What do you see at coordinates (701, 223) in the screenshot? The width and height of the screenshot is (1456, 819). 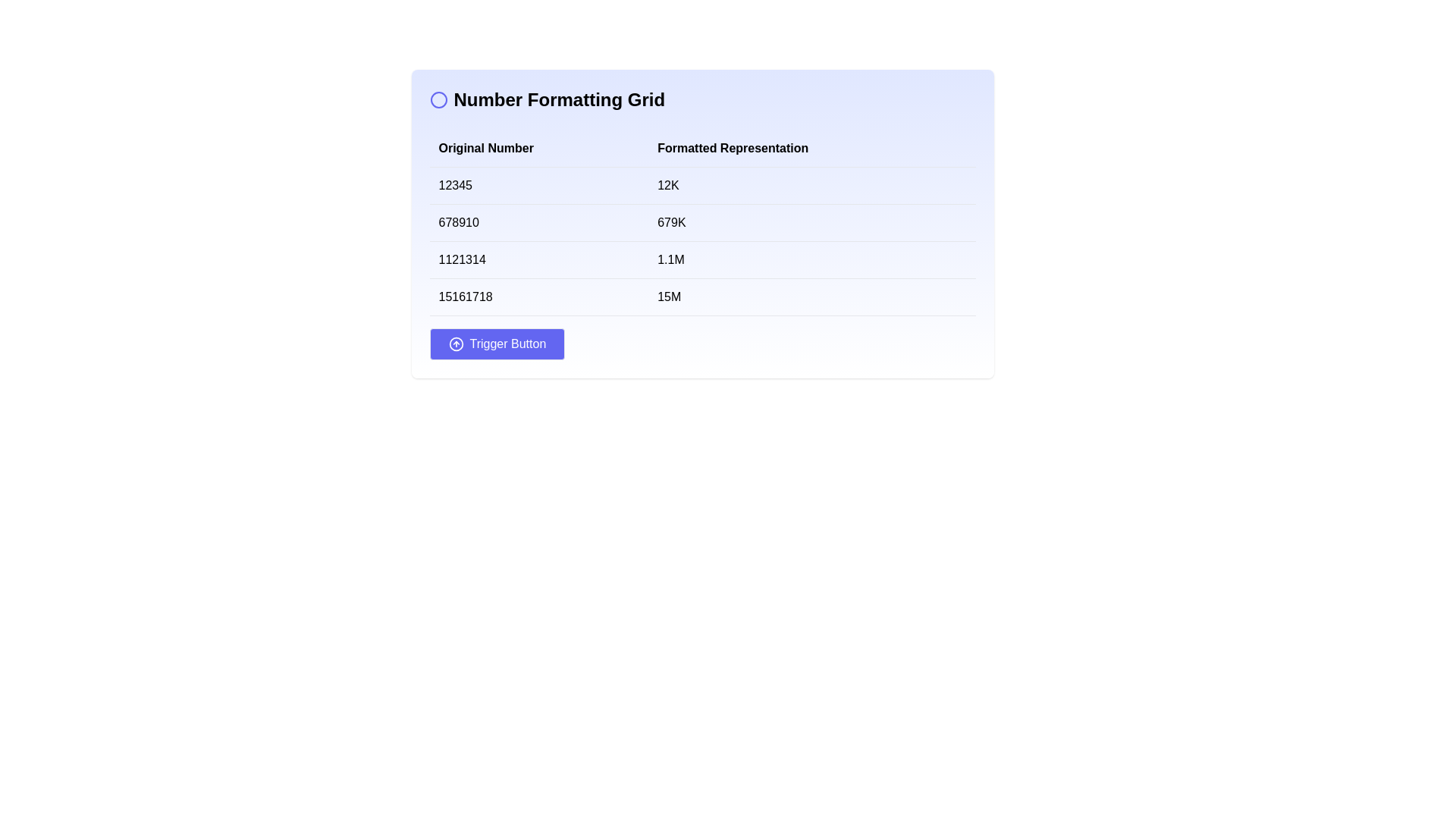 I see `the second row in the table that displays '678910' in the first column and '679K' in the second column` at bounding box center [701, 223].